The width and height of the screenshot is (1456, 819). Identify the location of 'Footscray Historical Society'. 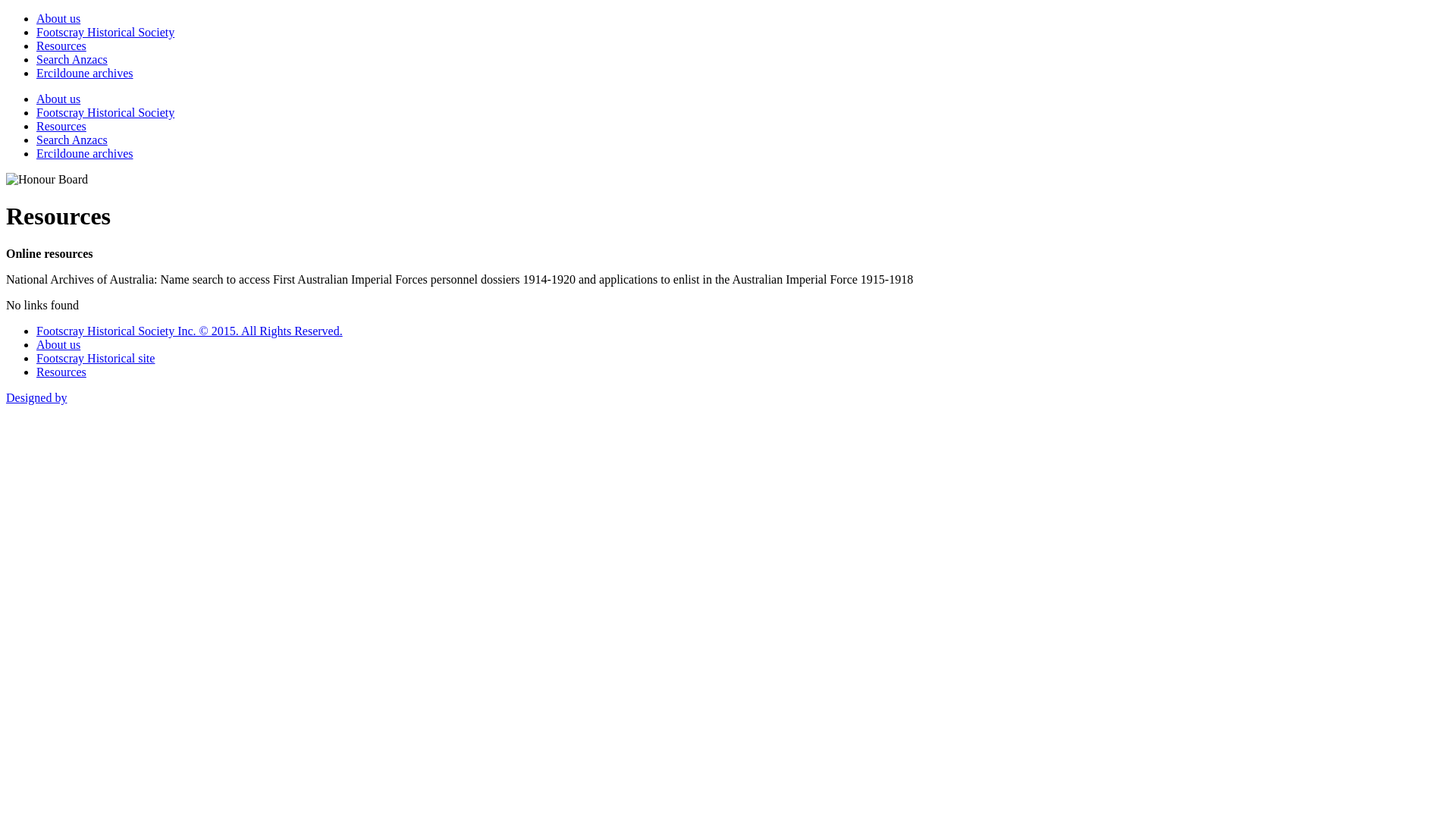
(105, 111).